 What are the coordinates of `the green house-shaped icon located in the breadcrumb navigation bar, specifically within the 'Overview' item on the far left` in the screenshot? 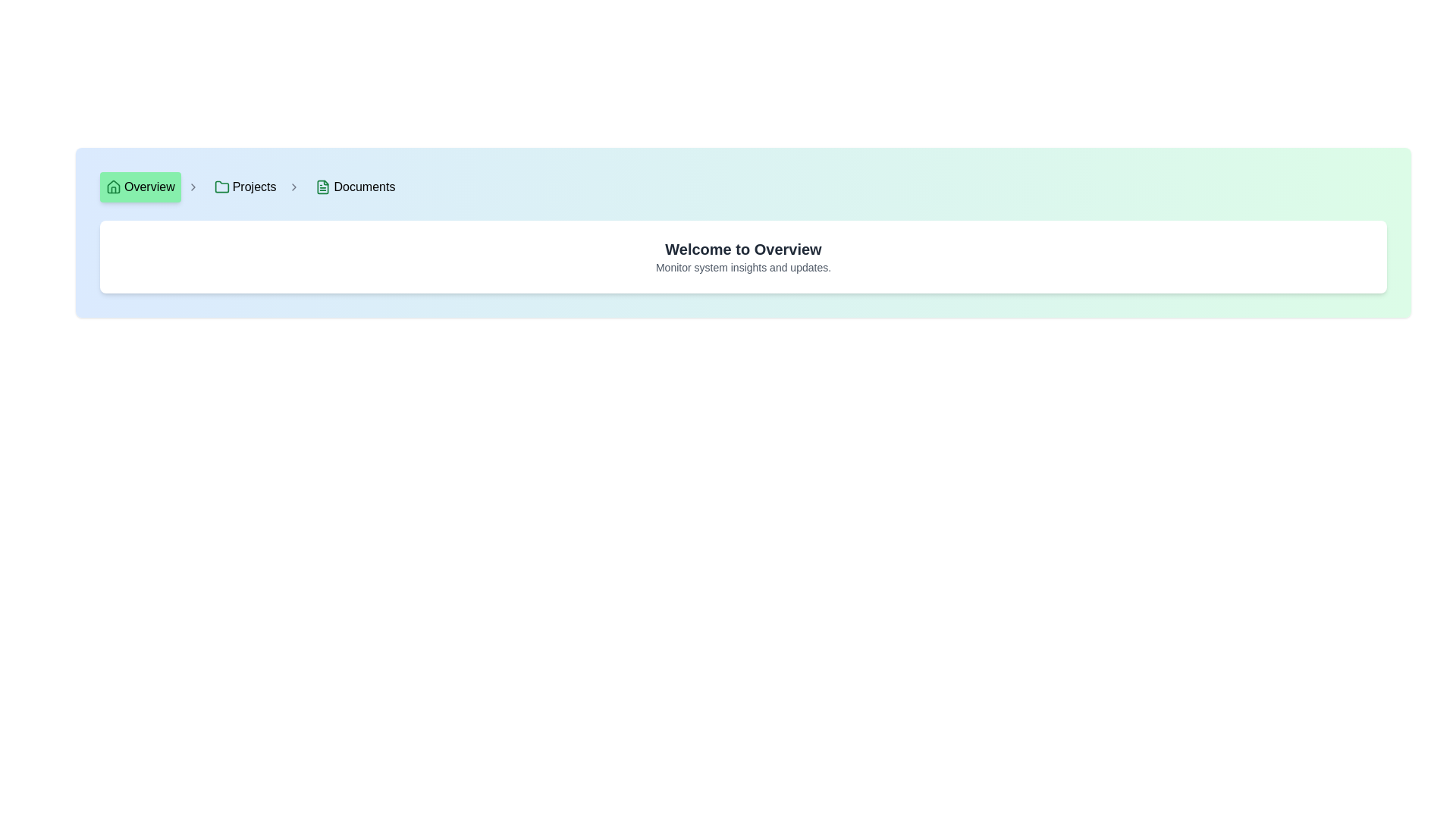 It's located at (112, 186).